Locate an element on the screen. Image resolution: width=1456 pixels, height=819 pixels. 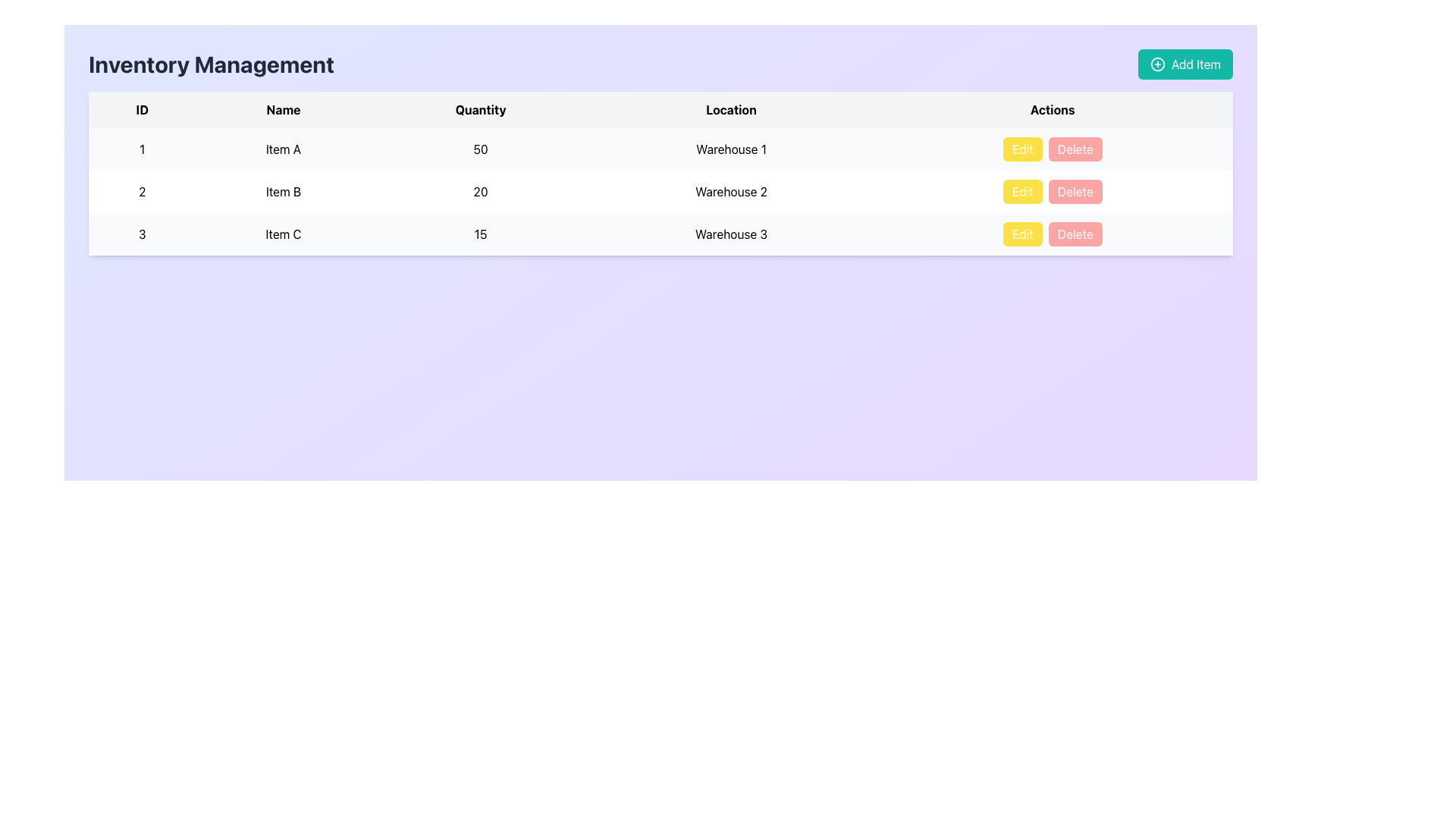
the yellow 'Edit' button in the Actions column is located at coordinates (1022, 149).